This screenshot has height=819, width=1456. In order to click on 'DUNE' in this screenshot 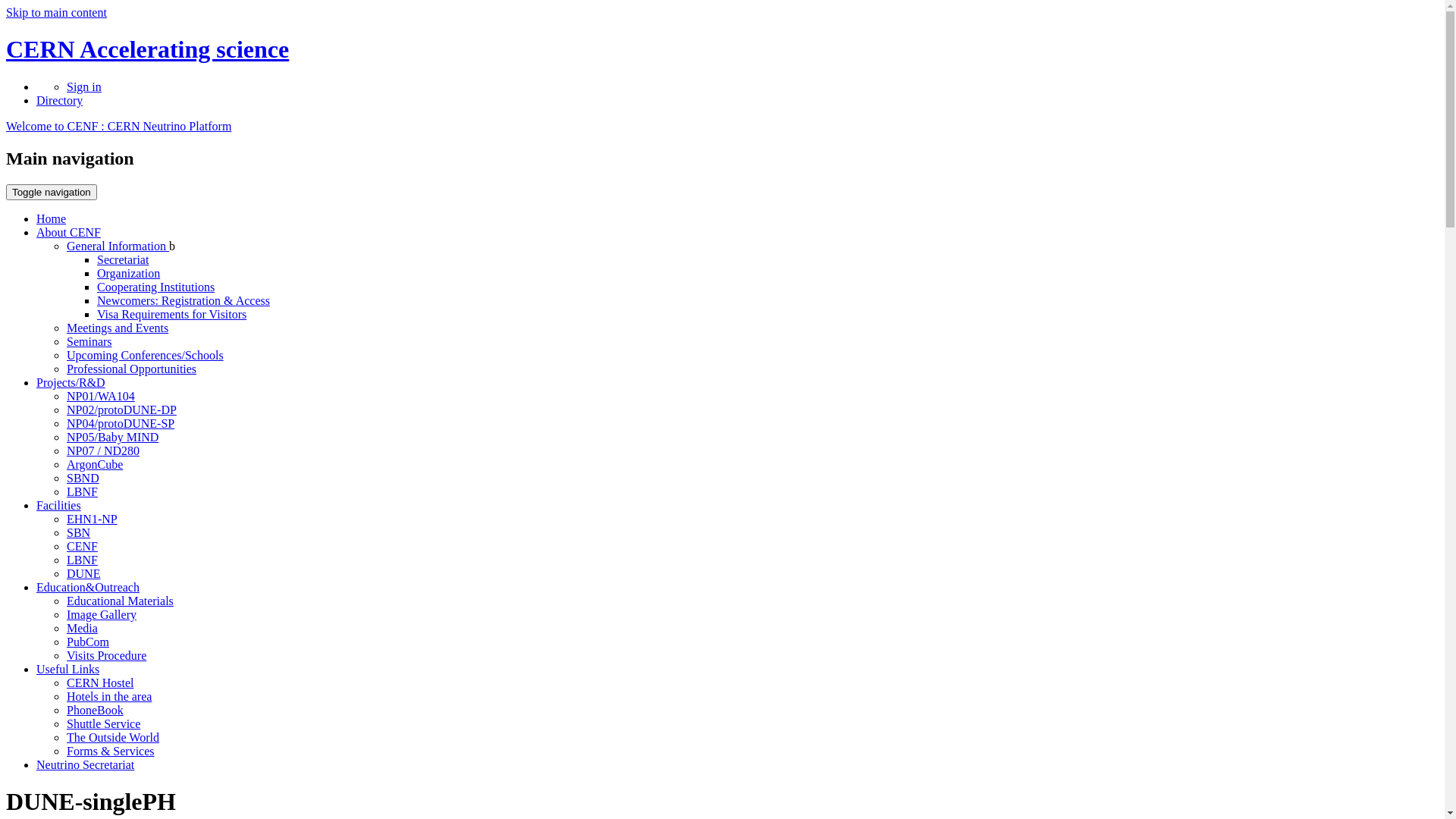, I will do `click(65, 573)`.